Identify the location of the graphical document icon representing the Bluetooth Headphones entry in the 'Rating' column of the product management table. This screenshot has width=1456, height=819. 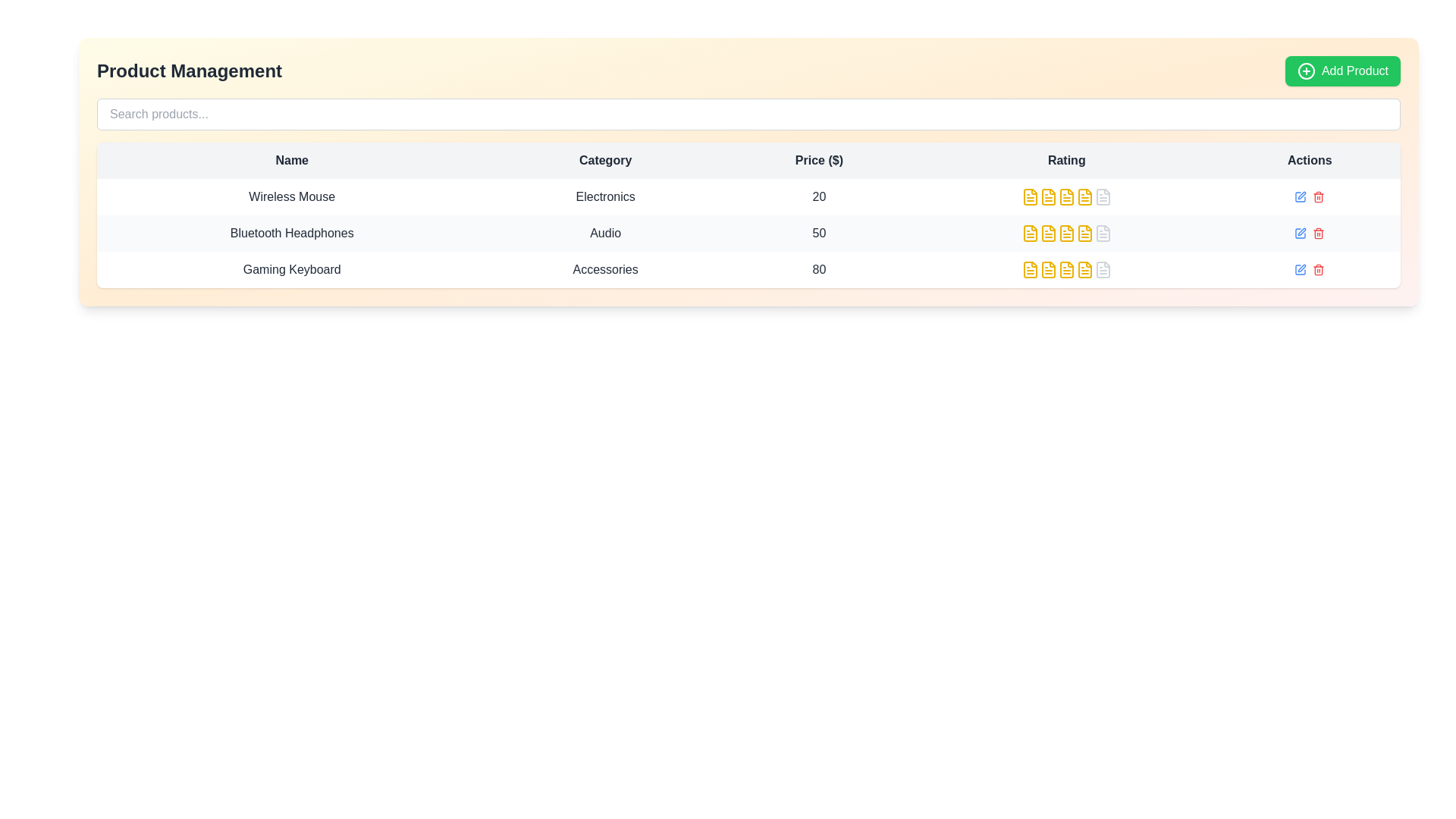
(1065, 234).